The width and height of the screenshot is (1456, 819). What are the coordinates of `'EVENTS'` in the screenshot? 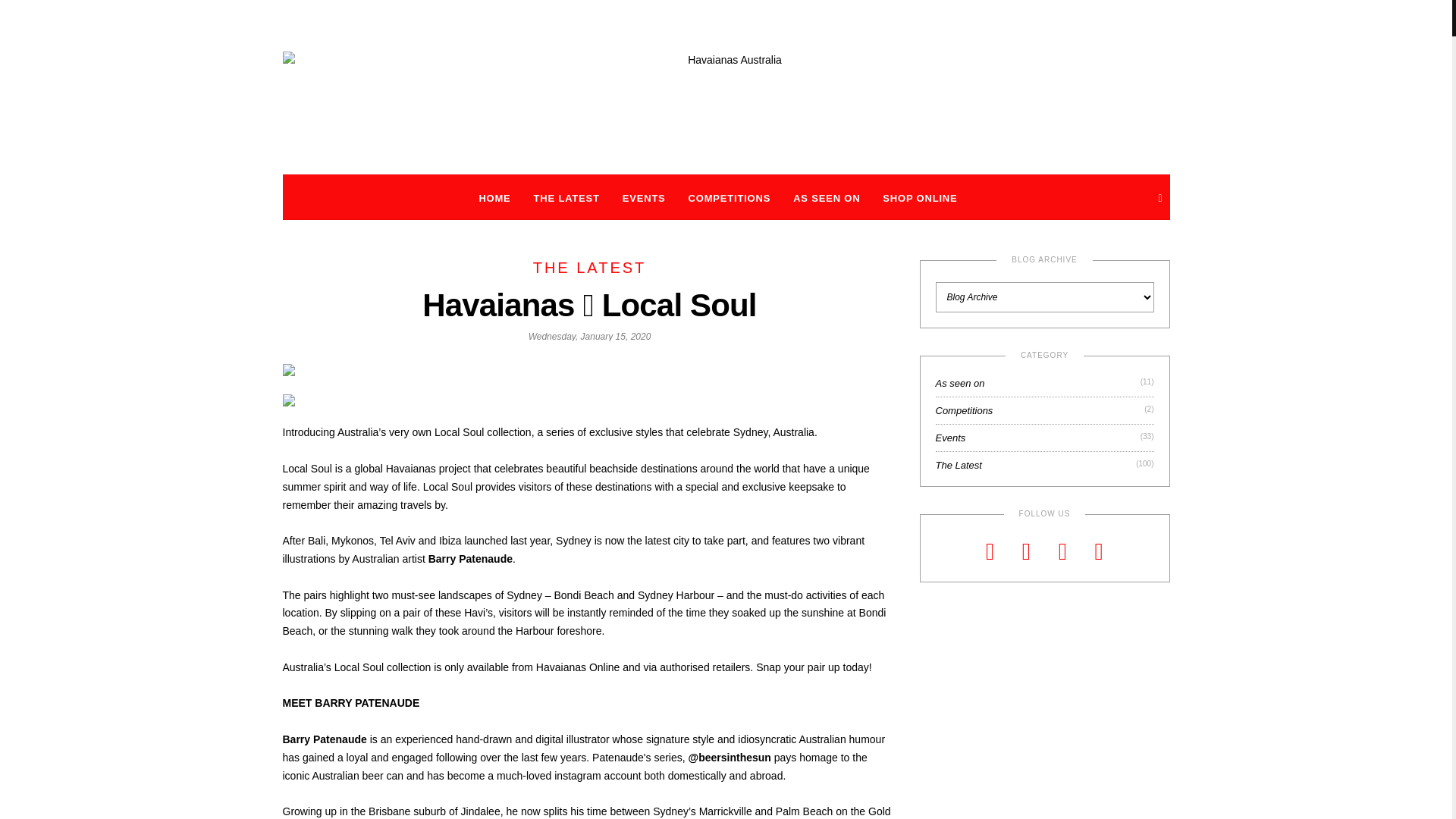 It's located at (622, 197).